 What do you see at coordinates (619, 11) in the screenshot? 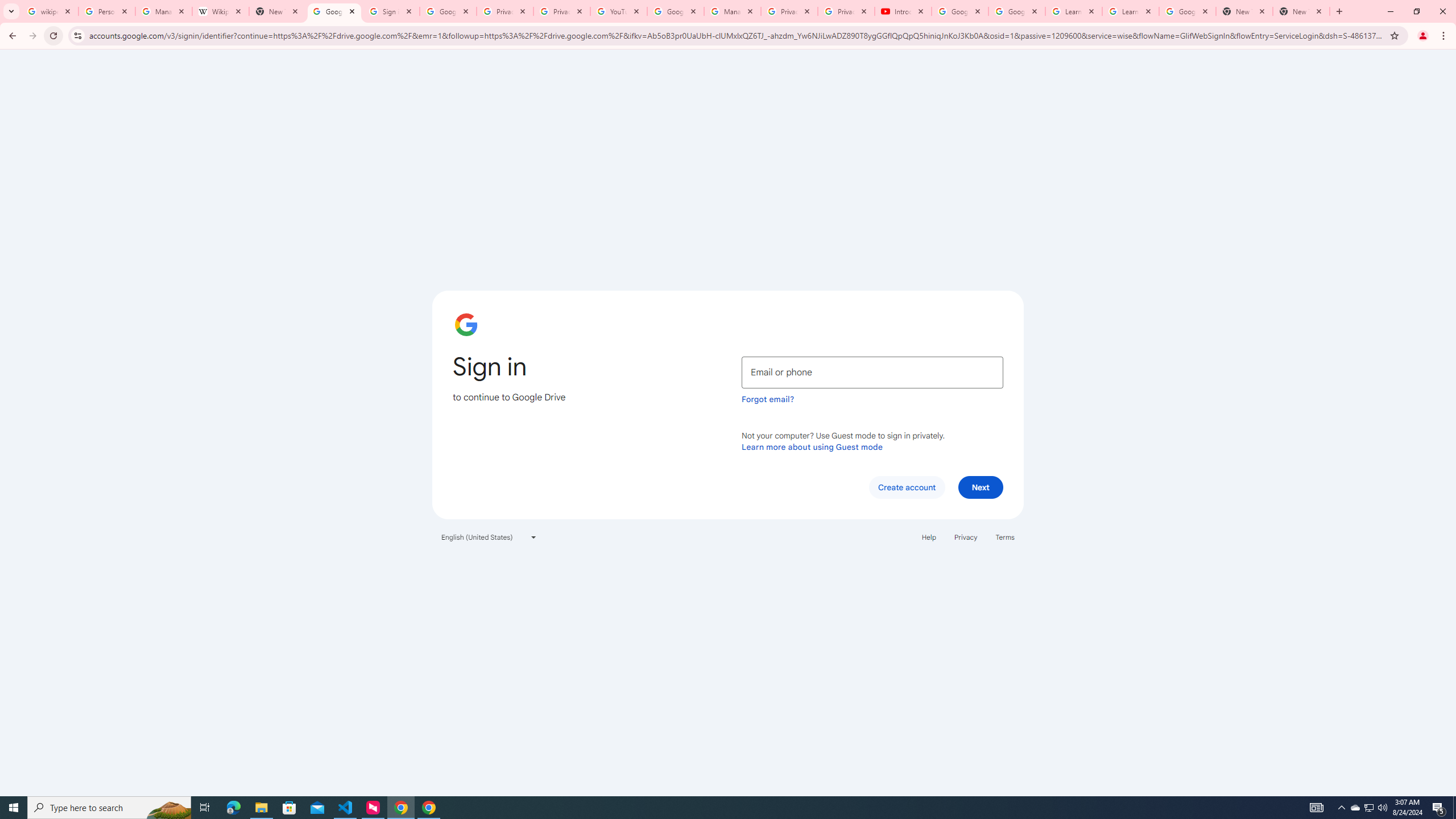
I see `'YouTube'` at bounding box center [619, 11].